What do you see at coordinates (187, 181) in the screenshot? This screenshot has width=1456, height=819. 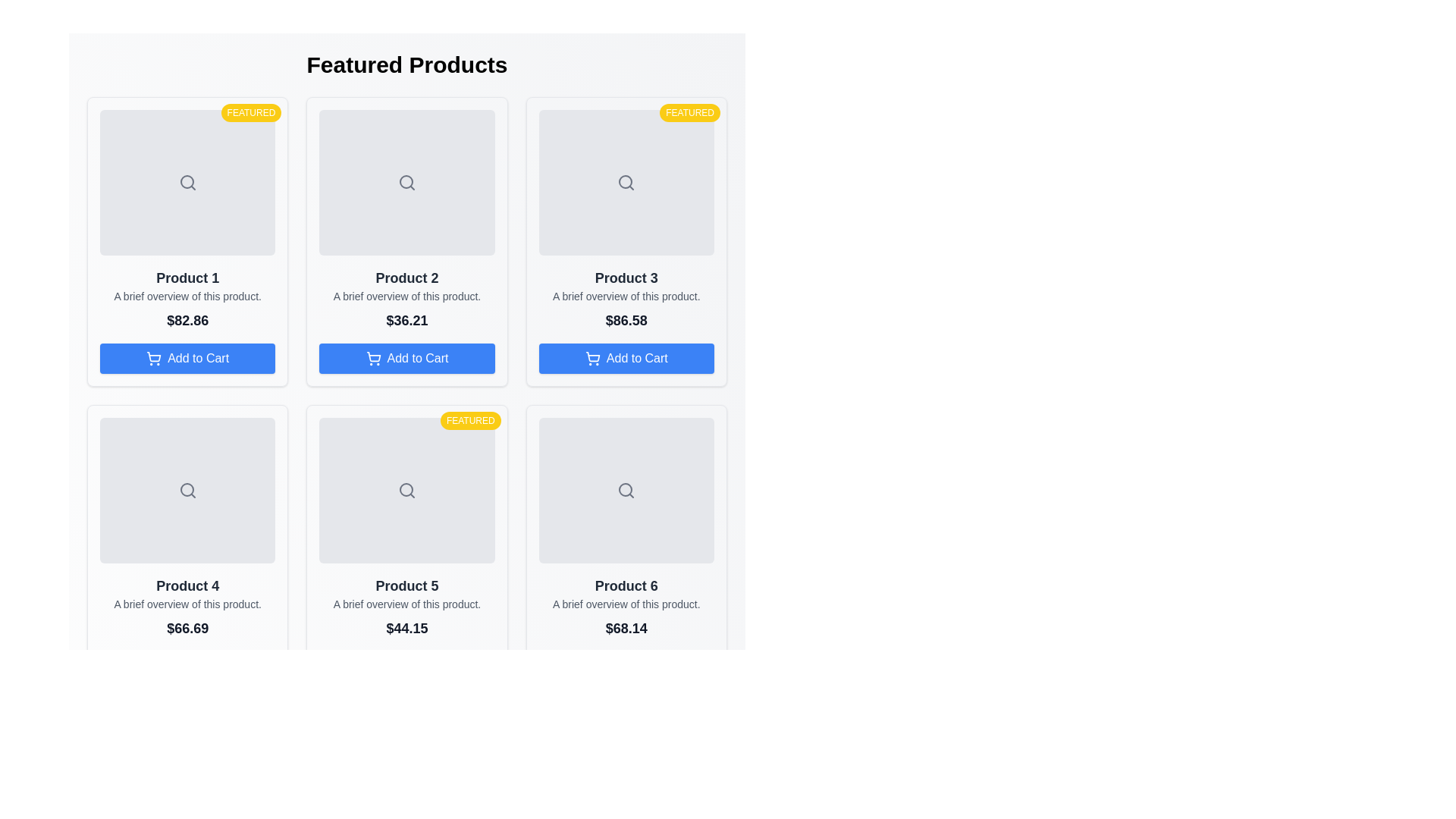 I see `the image placeholder located at the top-left of the grid layout under the title 'Featured Products'` at bounding box center [187, 181].